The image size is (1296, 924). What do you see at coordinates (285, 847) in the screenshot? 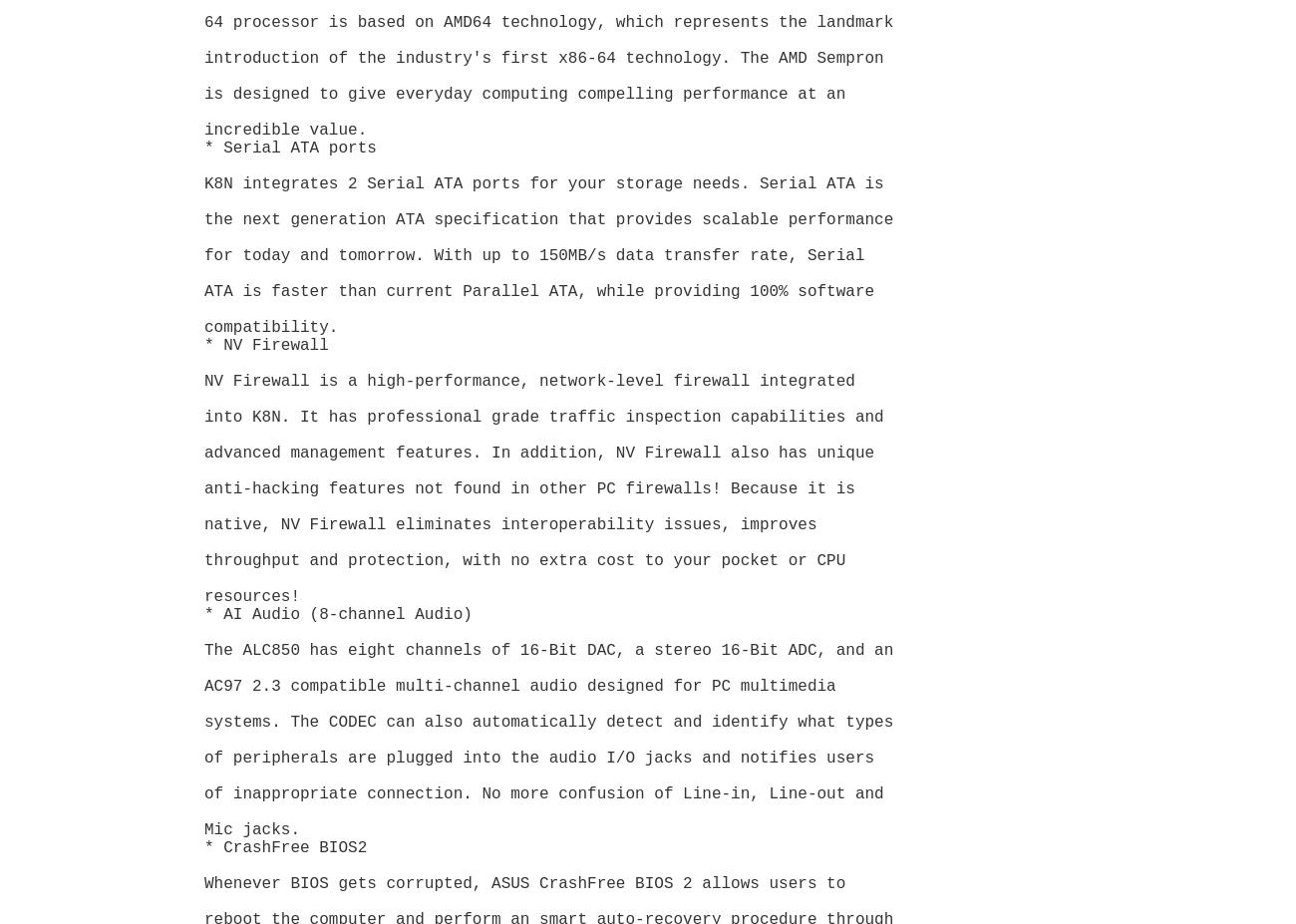
I see `'* CrashFree BIOS2'` at bounding box center [285, 847].